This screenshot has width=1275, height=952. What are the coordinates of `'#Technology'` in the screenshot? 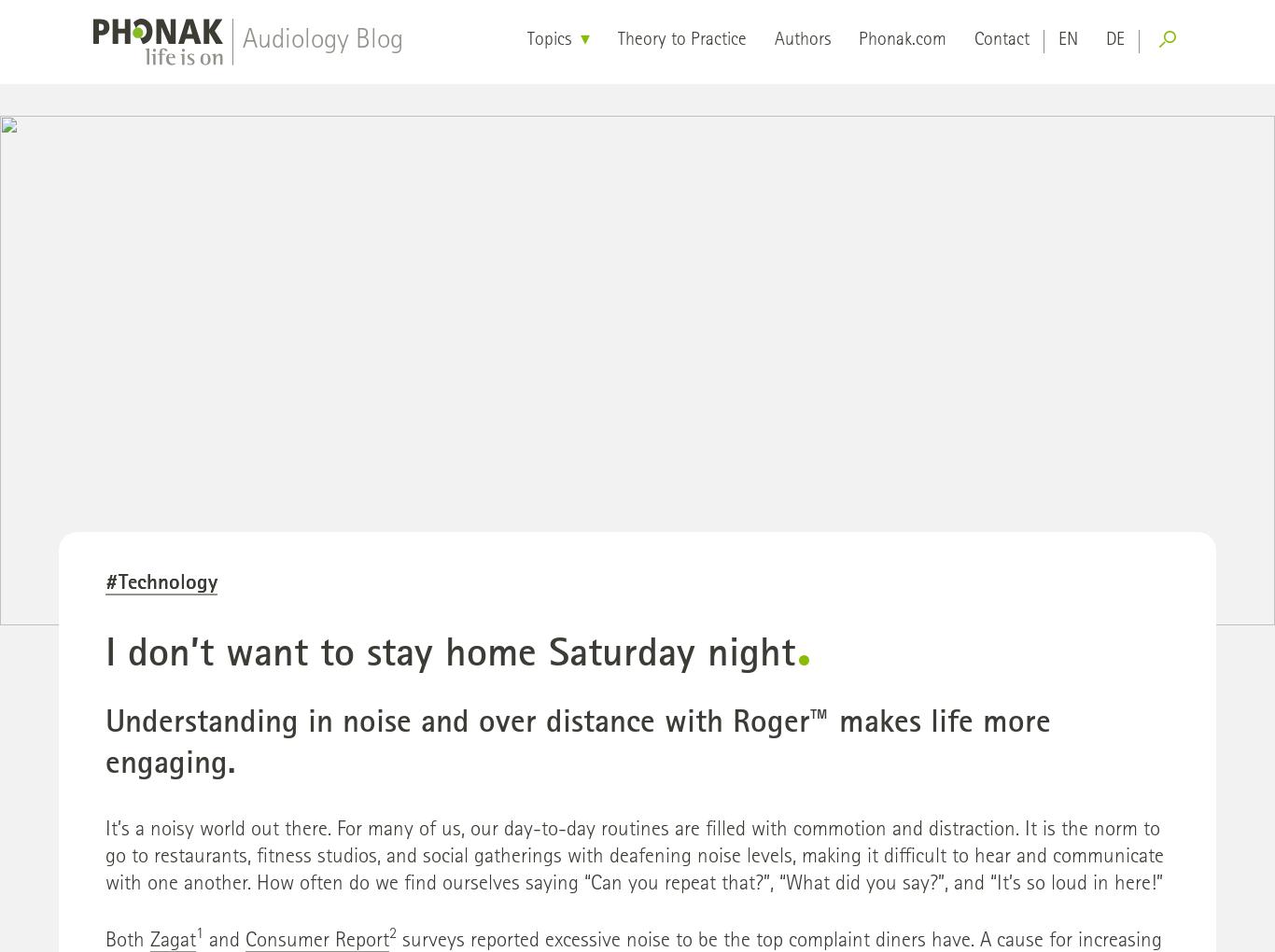 It's located at (105, 583).